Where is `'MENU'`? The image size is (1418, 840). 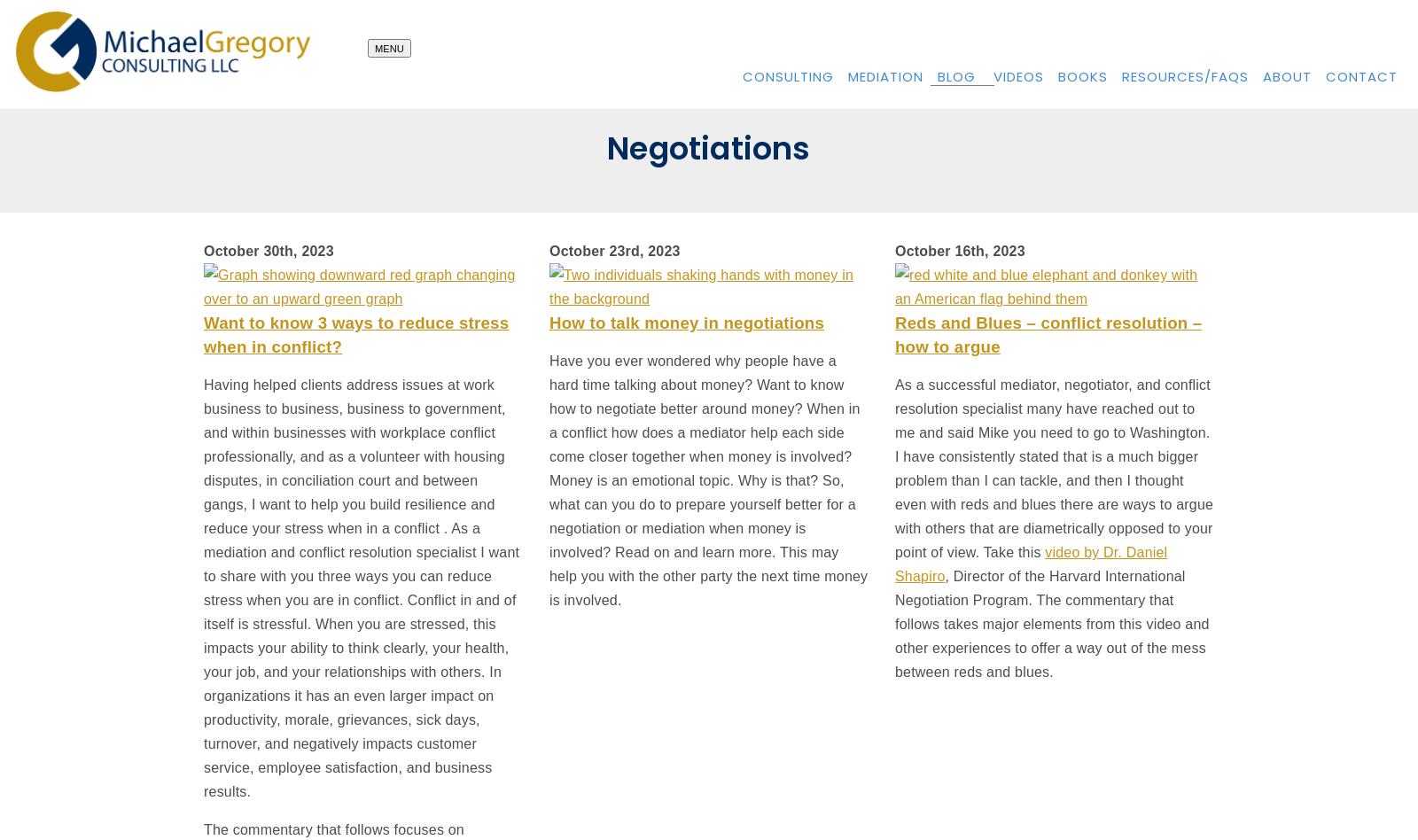
'MENU' is located at coordinates (388, 48).